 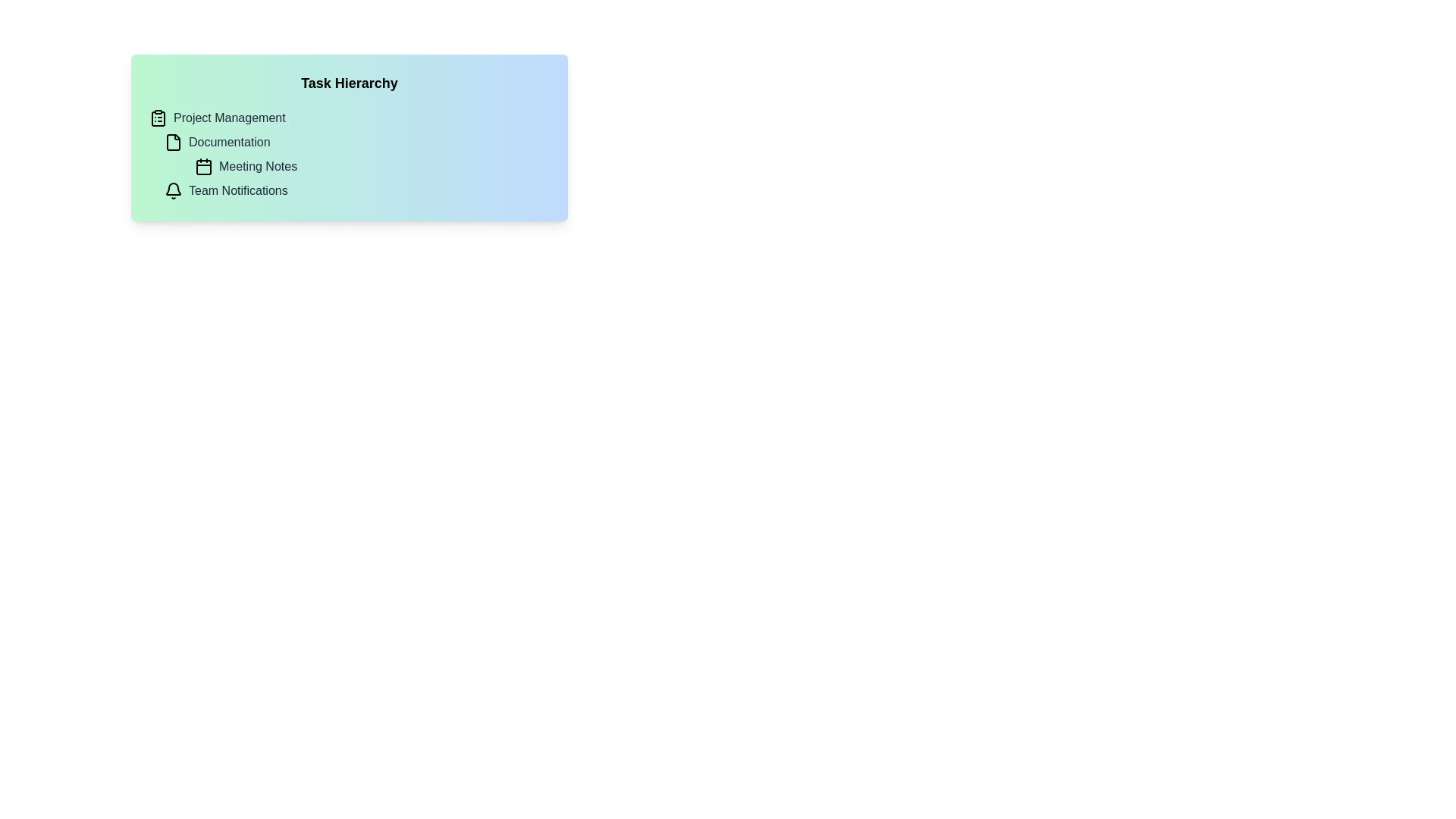 What do you see at coordinates (228, 143) in the screenshot?
I see `the Text Label displaying 'Documentation', which is styled in gray and positioned between 'Project Management' and 'Meeting Notes'` at bounding box center [228, 143].